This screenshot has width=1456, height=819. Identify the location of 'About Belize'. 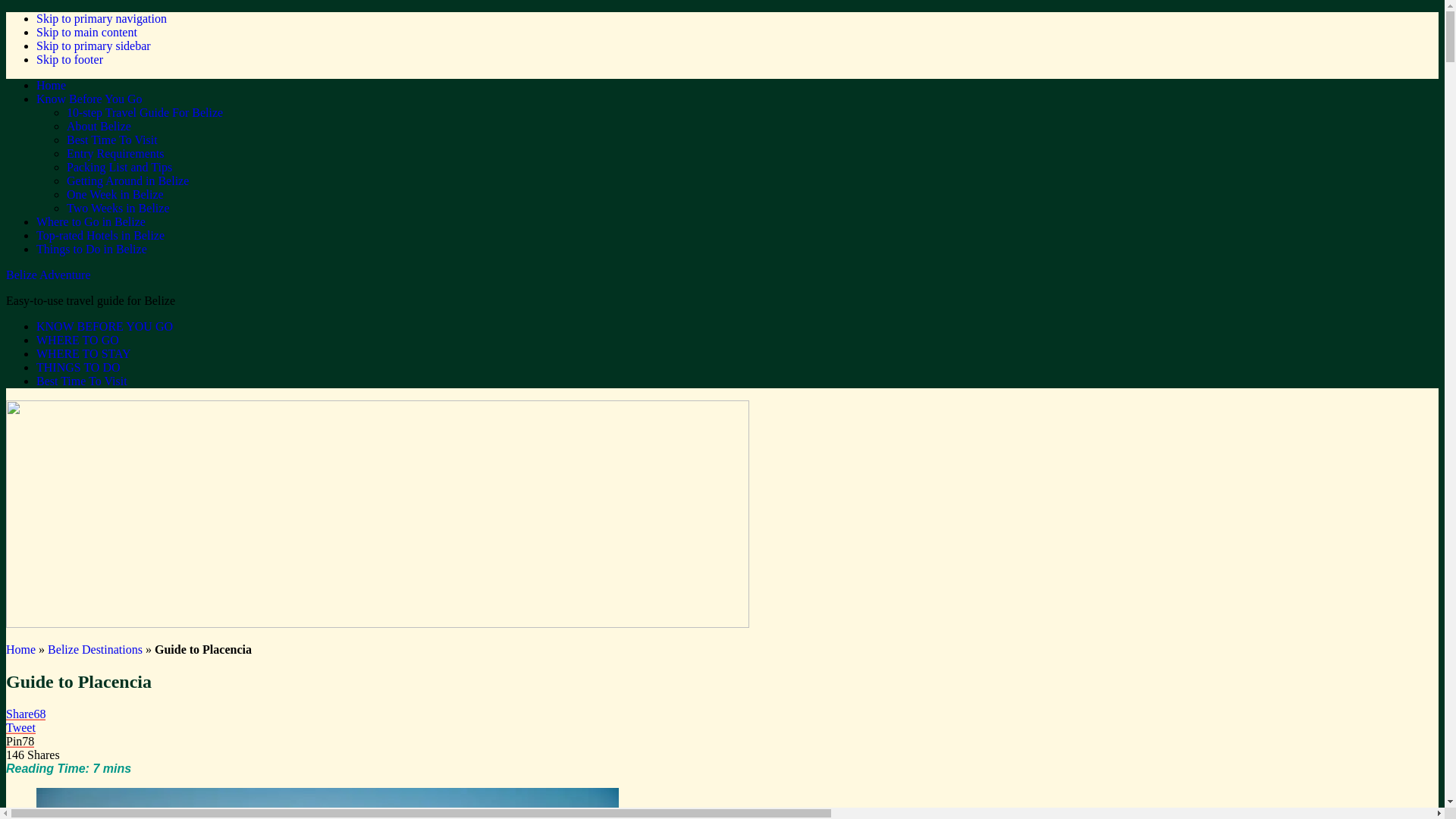
(65, 125).